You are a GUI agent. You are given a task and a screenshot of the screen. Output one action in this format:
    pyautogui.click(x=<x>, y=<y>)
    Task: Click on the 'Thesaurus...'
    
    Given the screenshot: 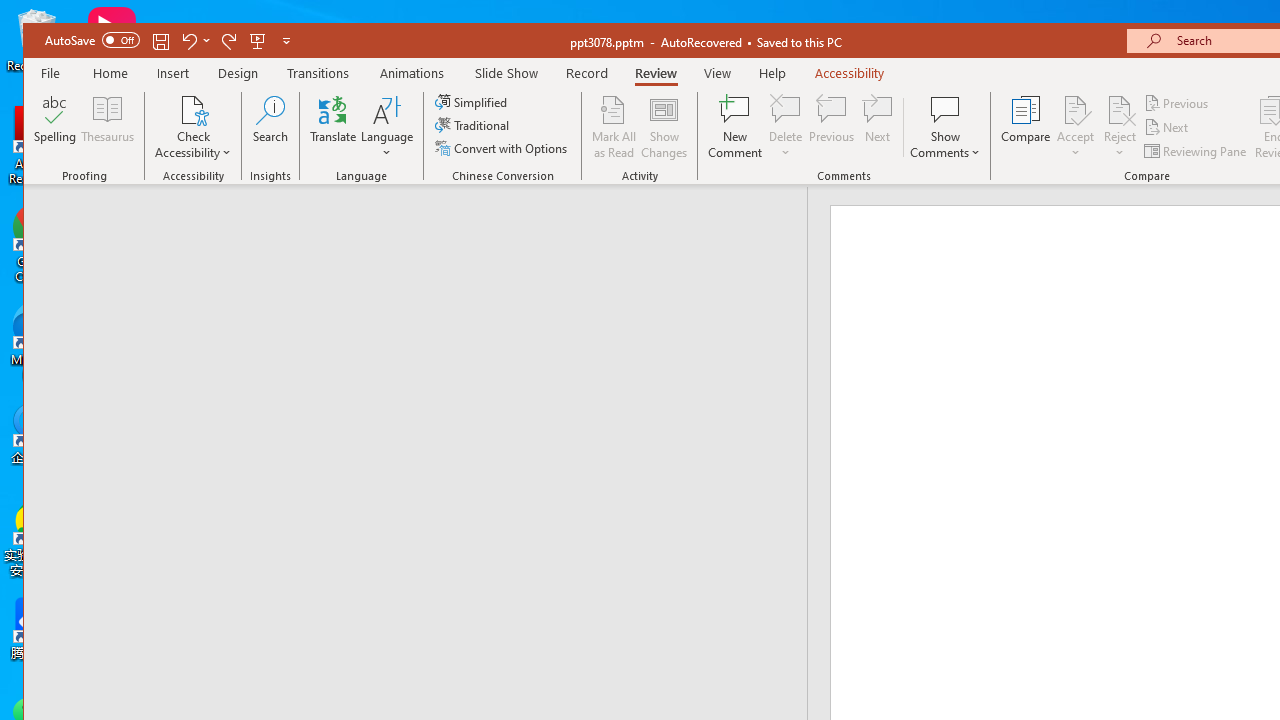 What is the action you would take?
    pyautogui.click(x=107, y=127)
    